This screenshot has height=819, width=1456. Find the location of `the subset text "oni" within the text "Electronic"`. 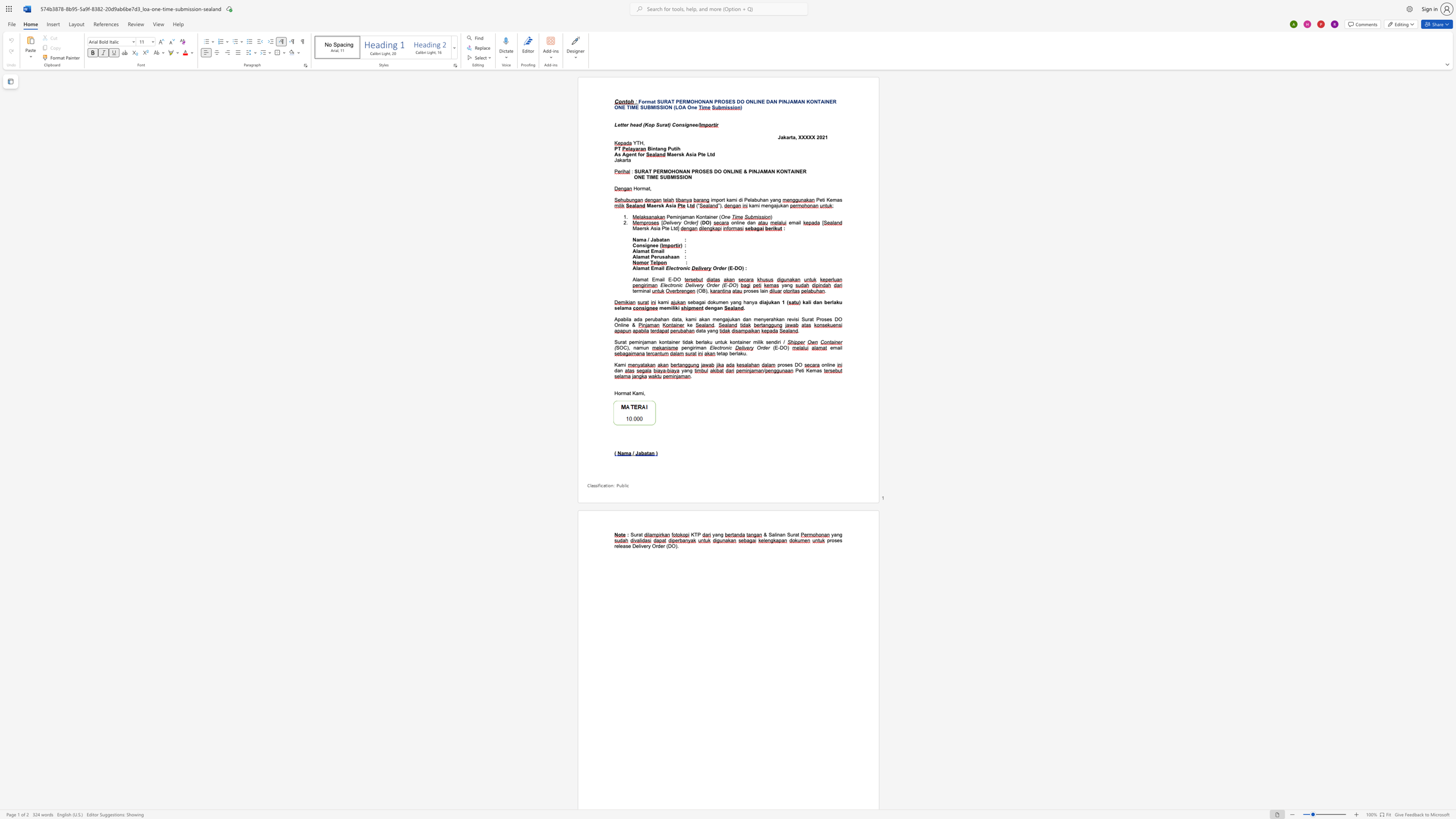

the subset text "oni" within the text "Electronic" is located at coordinates (722, 347).